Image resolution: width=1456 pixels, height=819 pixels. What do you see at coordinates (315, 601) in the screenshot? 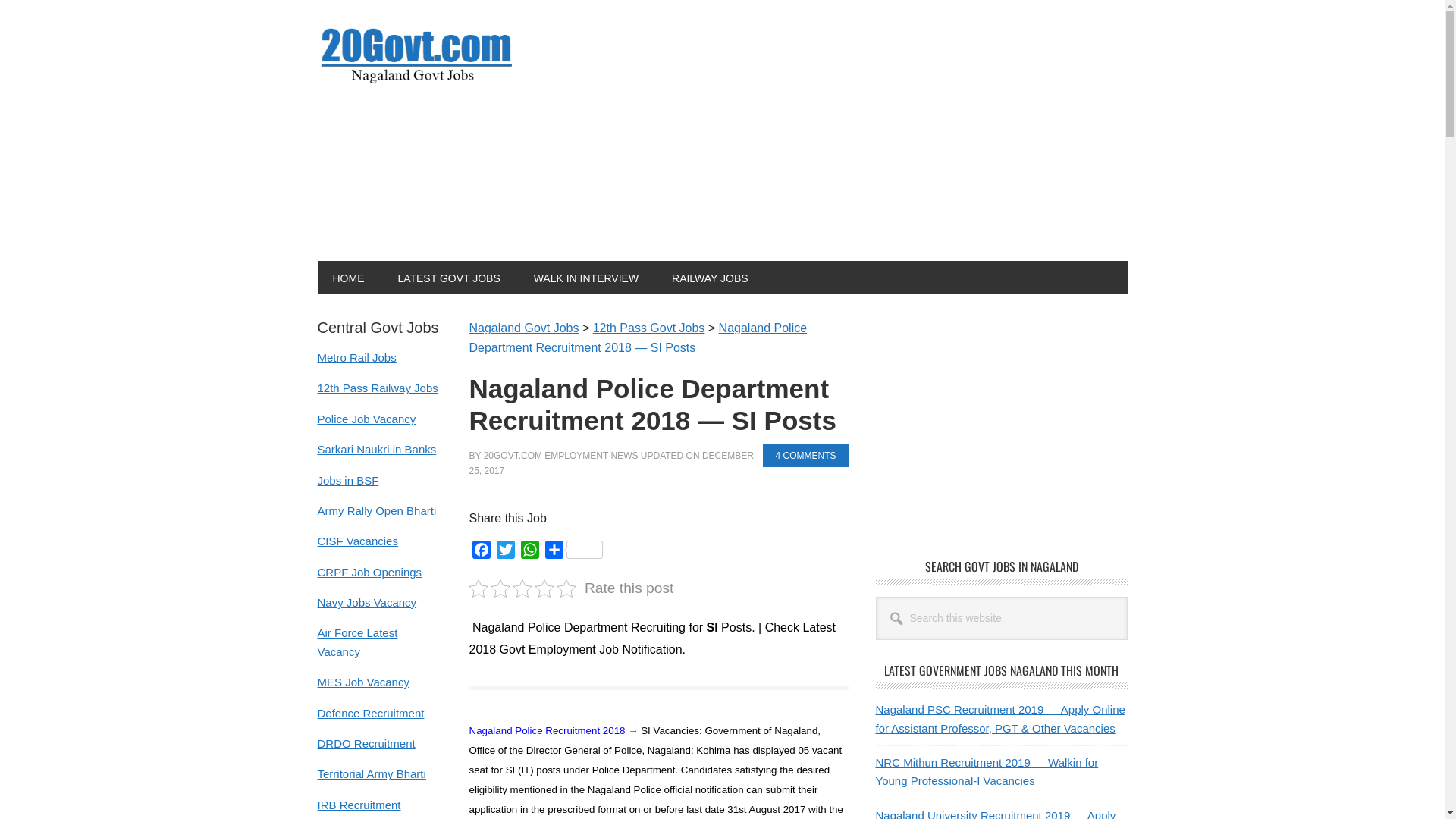
I see `'Navy Jobs Vacancy'` at bounding box center [315, 601].